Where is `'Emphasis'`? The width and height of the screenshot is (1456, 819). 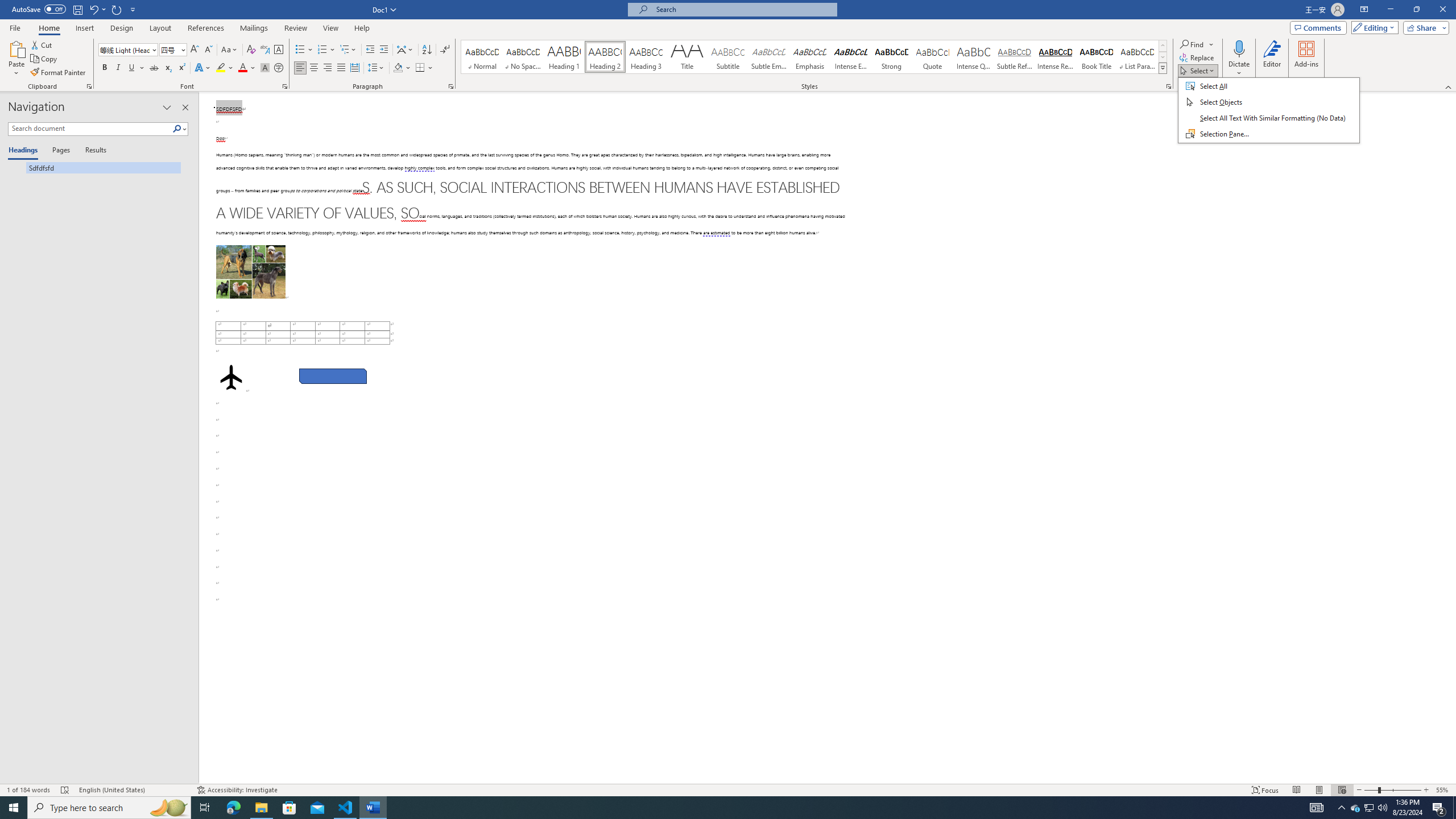 'Emphasis' is located at coordinates (809, 56).